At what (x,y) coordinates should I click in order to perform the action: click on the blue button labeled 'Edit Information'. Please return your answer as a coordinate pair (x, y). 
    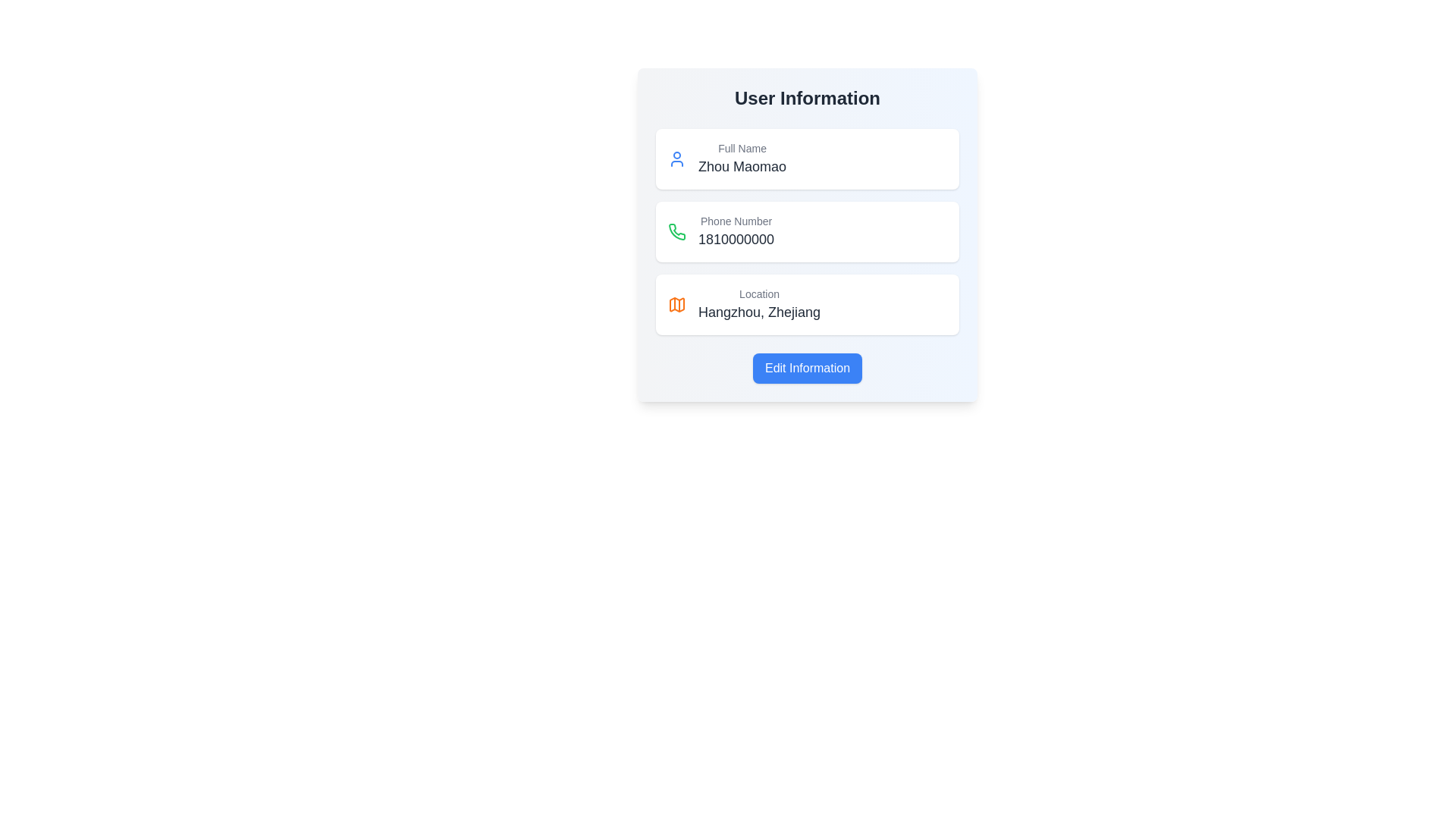
    Looking at the image, I should click on (807, 369).